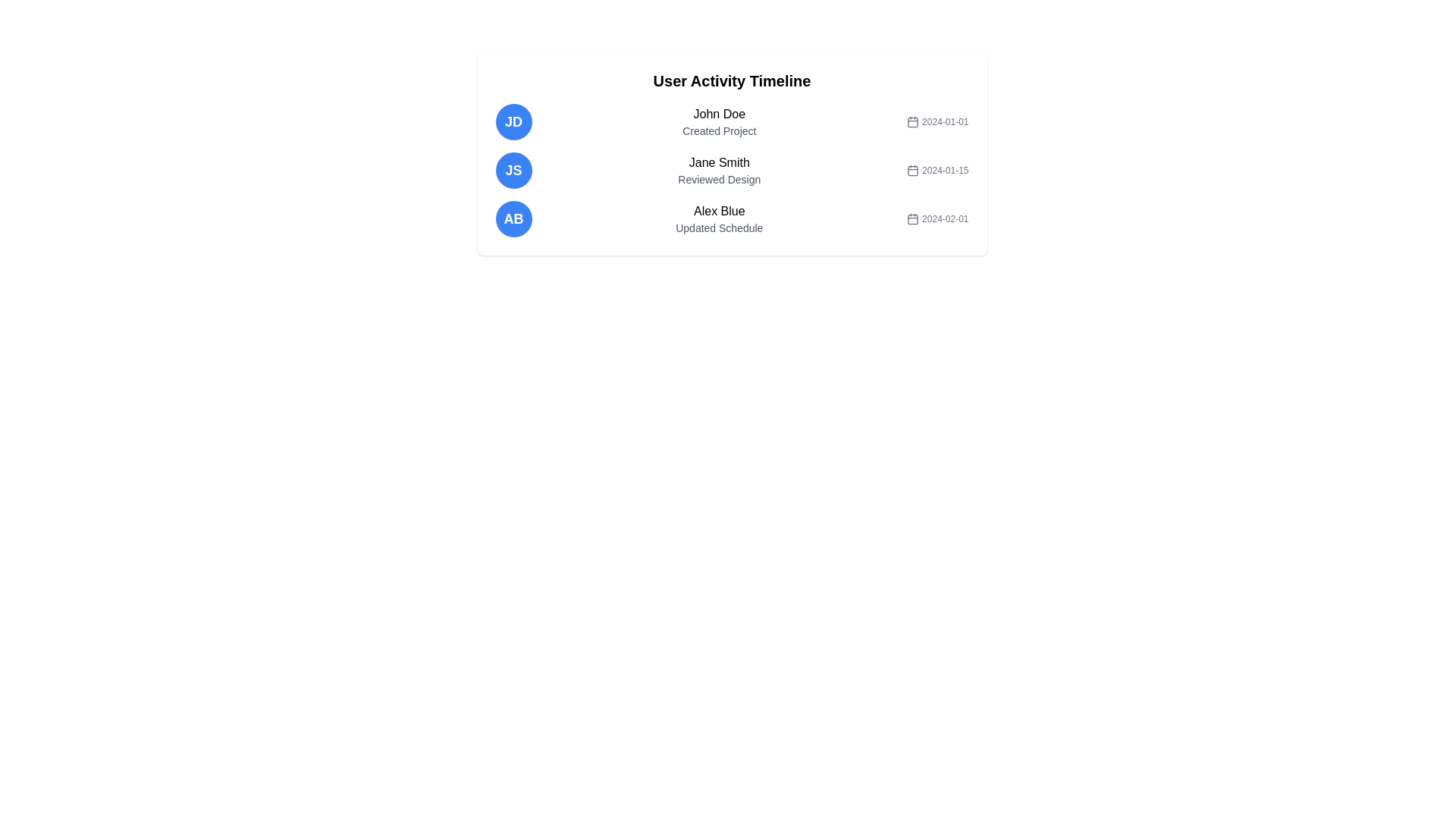 The image size is (1456, 819). What do you see at coordinates (732, 170) in the screenshot?
I see `the second user activity entry in the User Activity Timeline, which features a circular avatar with initials, a user name, and an activity description` at bounding box center [732, 170].